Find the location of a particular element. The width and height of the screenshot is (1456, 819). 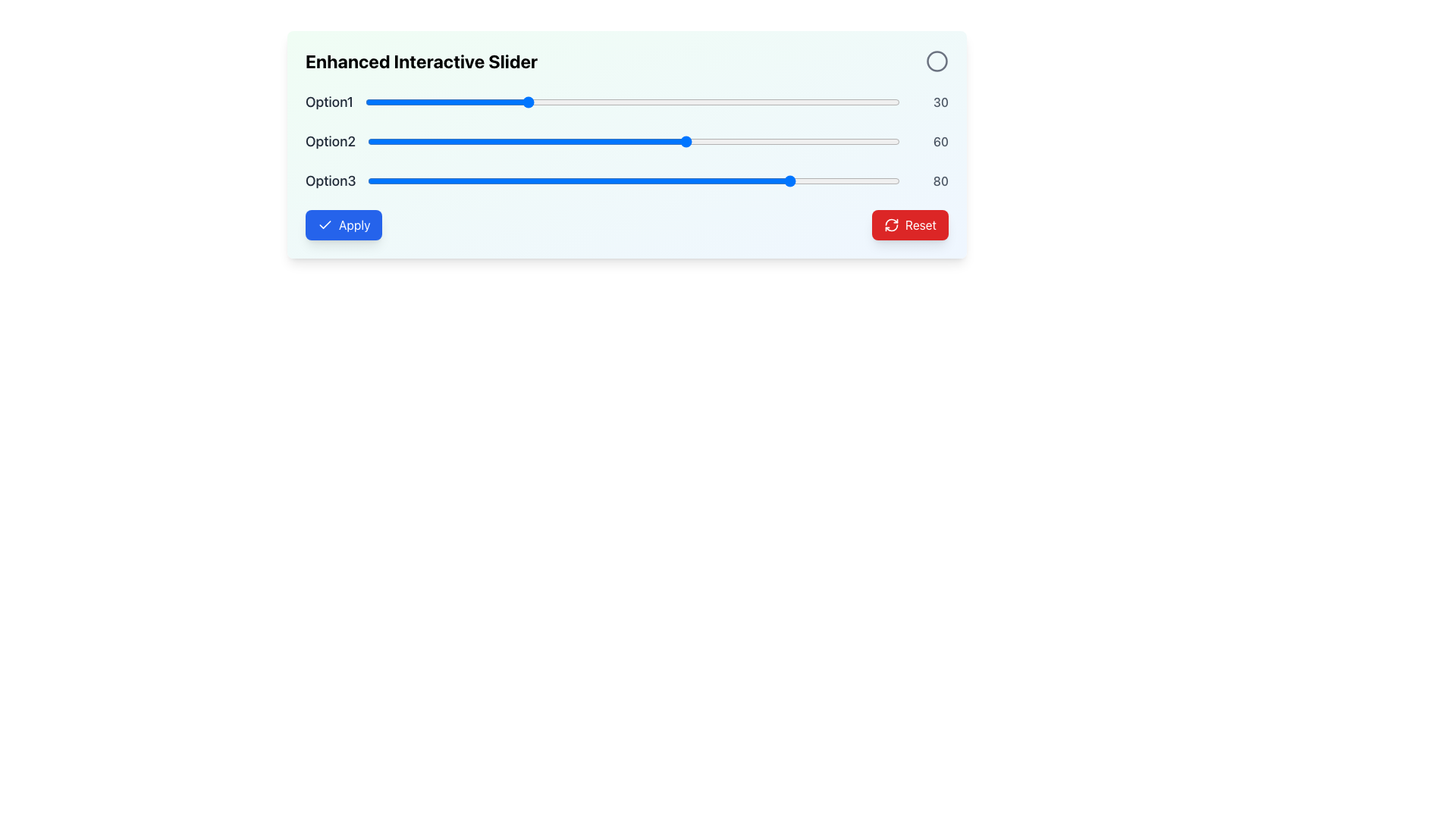

the slider is located at coordinates (495, 180).